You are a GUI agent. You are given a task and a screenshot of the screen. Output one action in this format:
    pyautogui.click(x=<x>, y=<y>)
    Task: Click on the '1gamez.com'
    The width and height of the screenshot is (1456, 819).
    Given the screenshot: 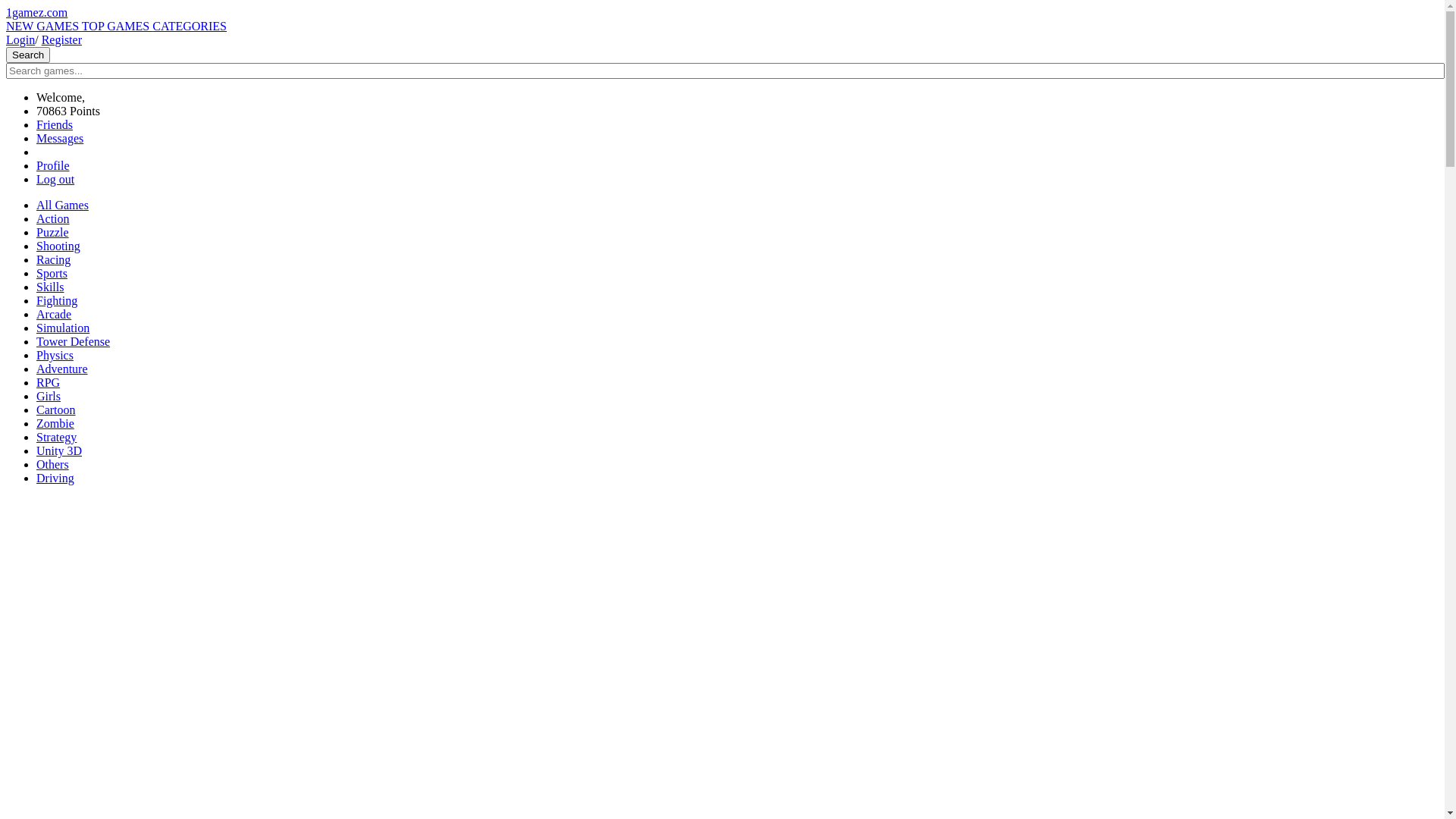 What is the action you would take?
    pyautogui.click(x=36, y=12)
    